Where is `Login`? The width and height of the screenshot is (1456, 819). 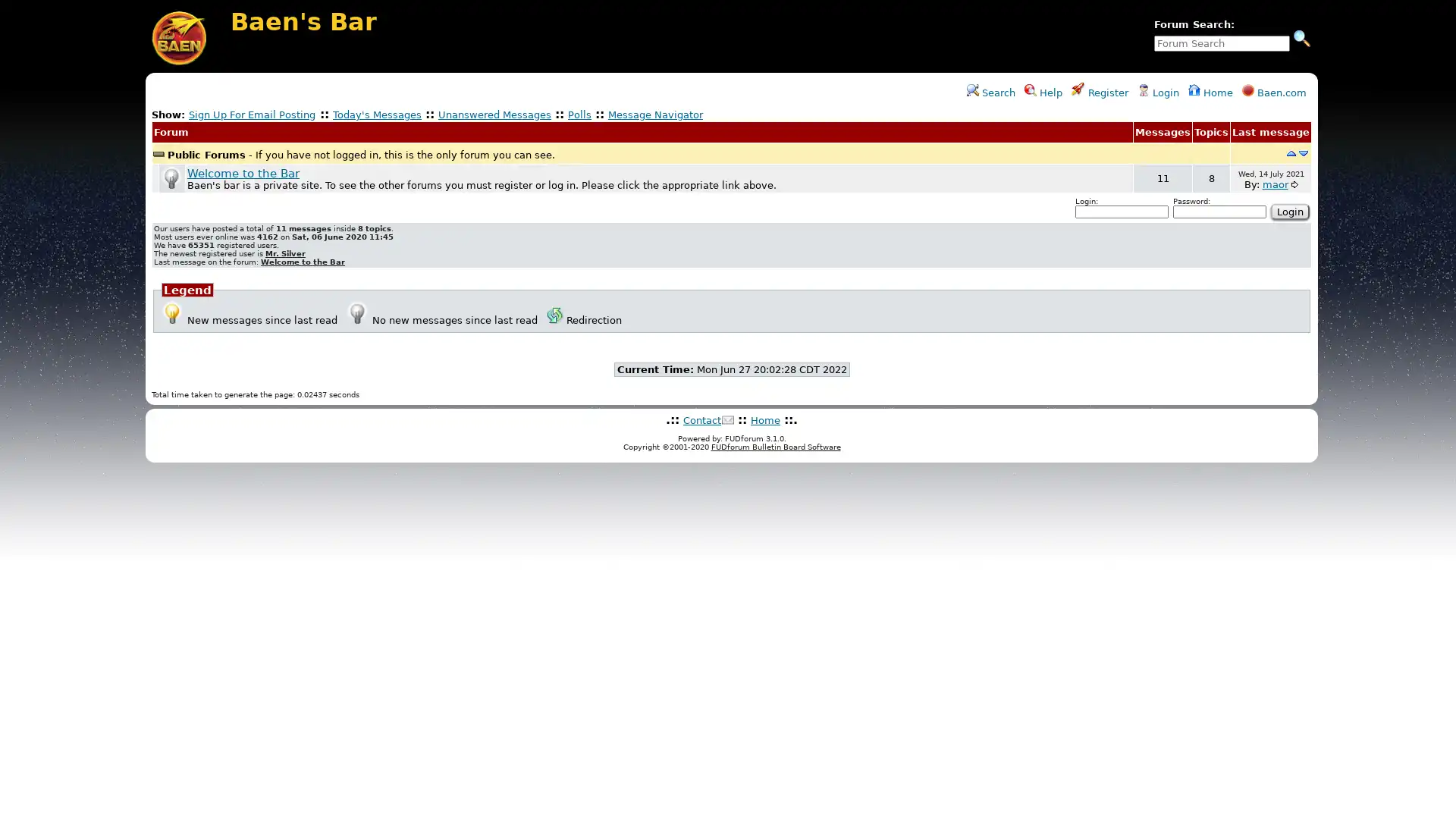
Login is located at coordinates (1289, 212).